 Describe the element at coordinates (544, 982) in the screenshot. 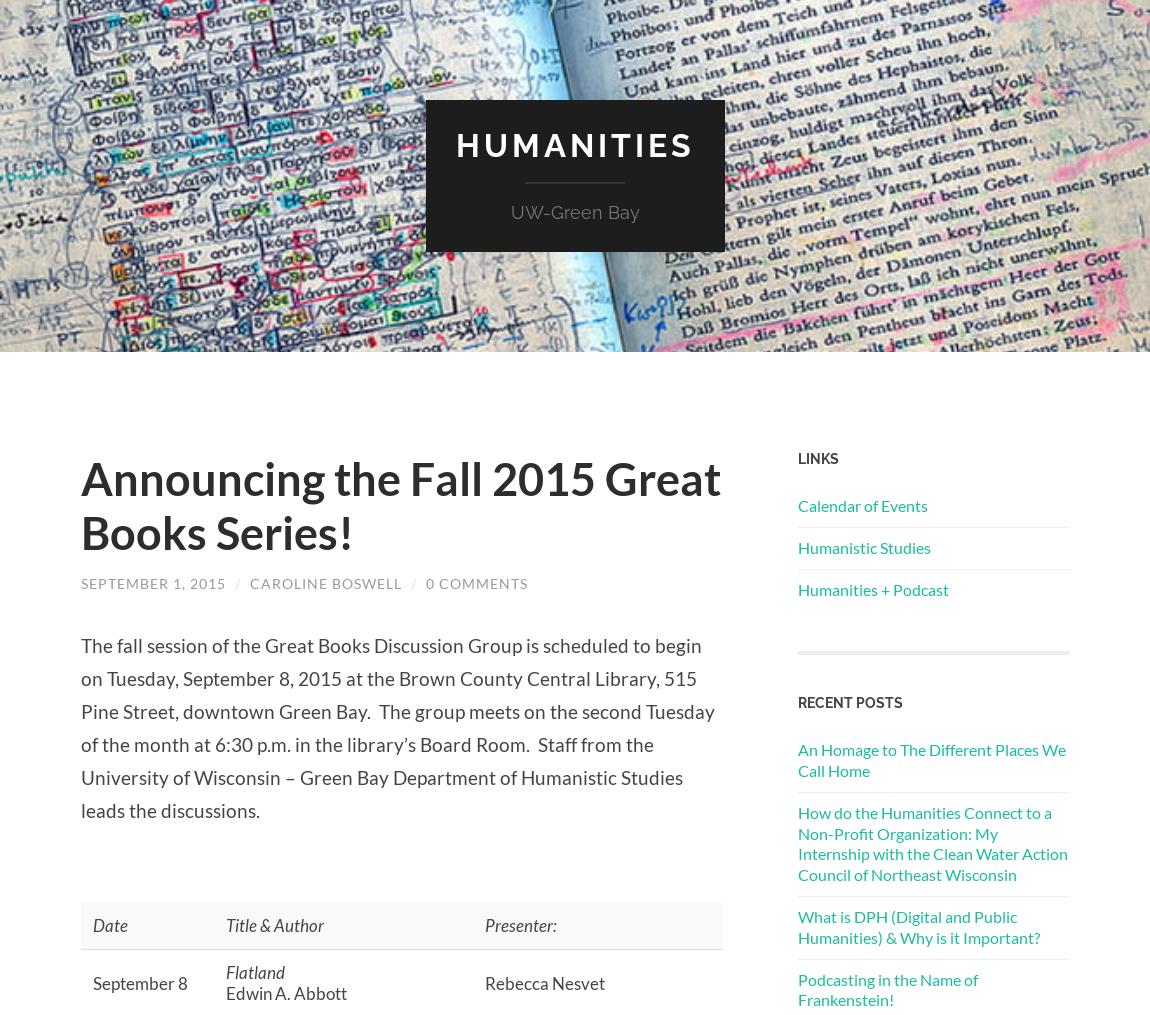

I see `'Rebecca Nesvet'` at that location.